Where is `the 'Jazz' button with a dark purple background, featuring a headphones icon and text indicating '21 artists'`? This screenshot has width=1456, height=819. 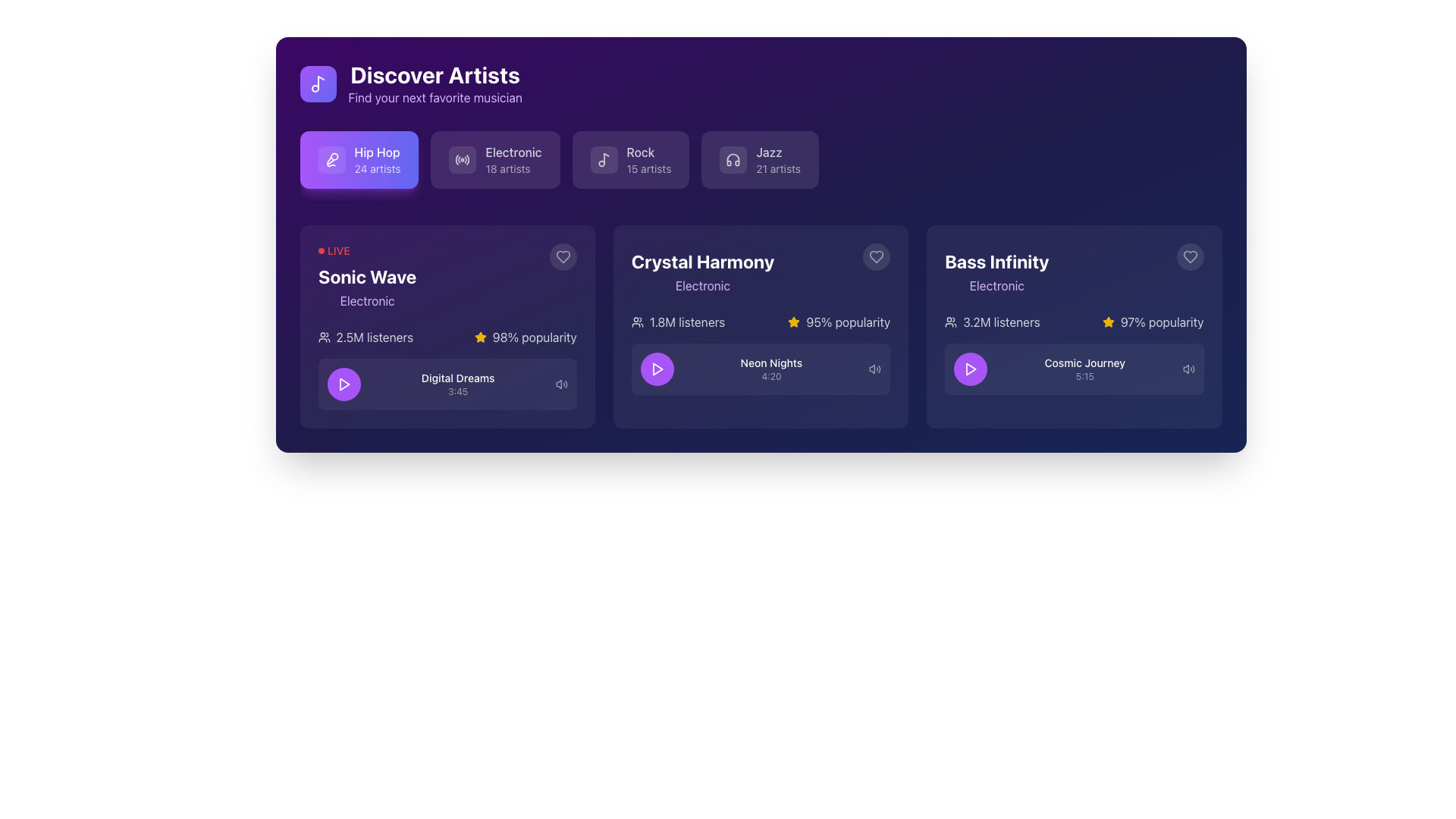 the 'Jazz' button with a dark purple background, featuring a headphones icon and text indicating '21 artists' is located at coordinates (760, 160).